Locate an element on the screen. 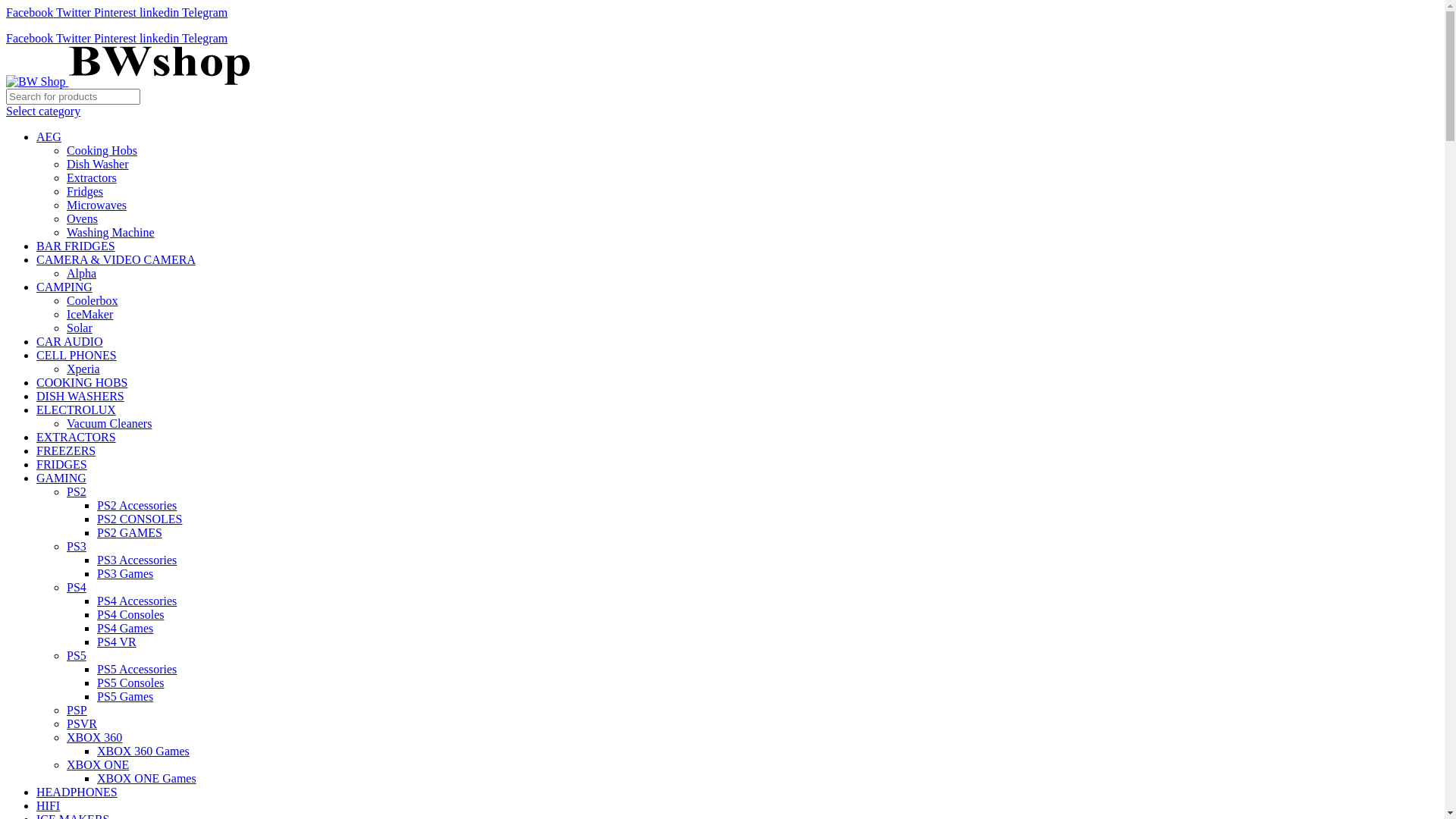  'PS5 Consoles' is located at coordinates (130, 682).